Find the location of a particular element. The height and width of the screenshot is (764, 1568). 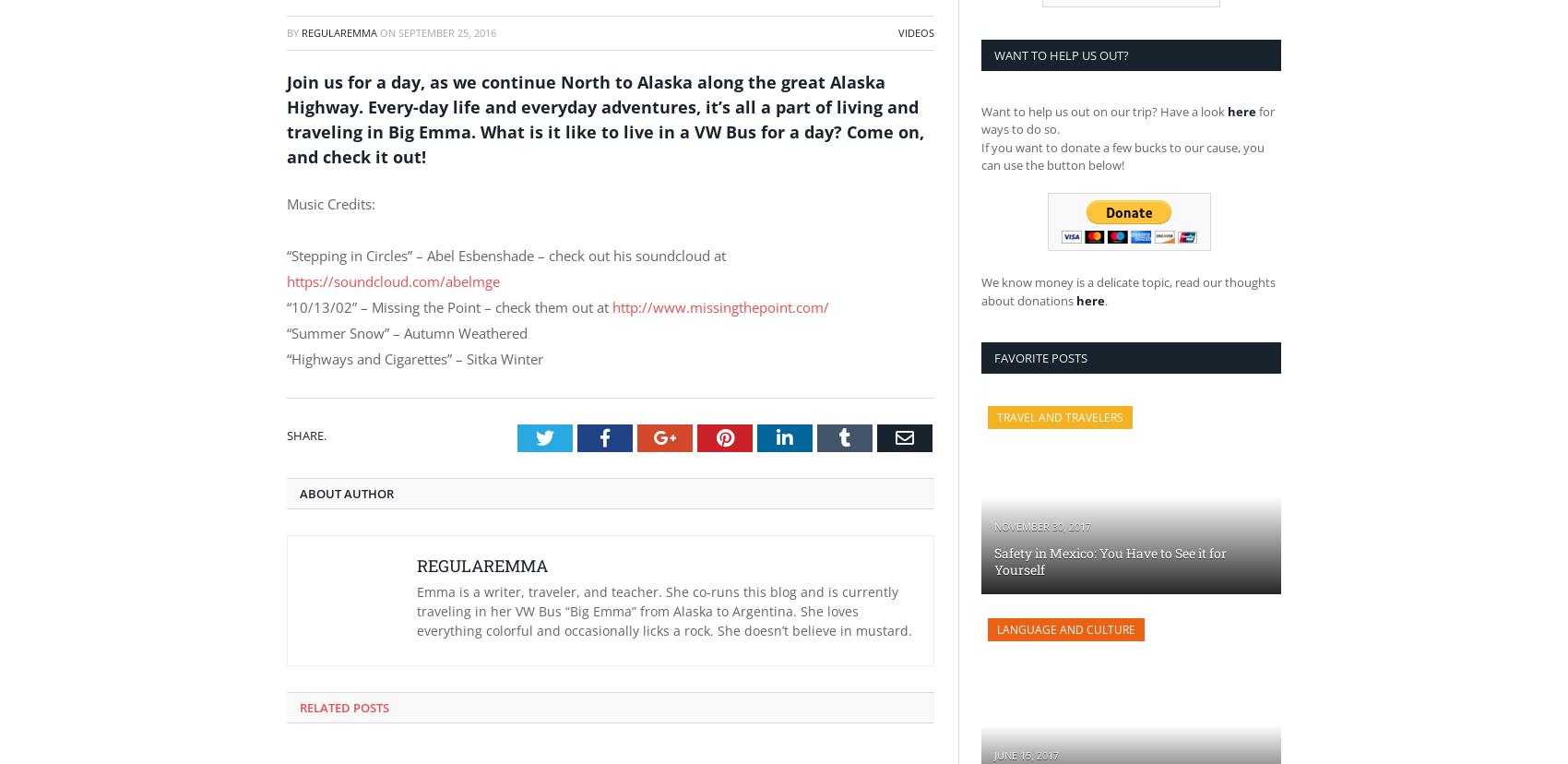

'Want to Help us Out?' is located at coordinates (1062, 54).